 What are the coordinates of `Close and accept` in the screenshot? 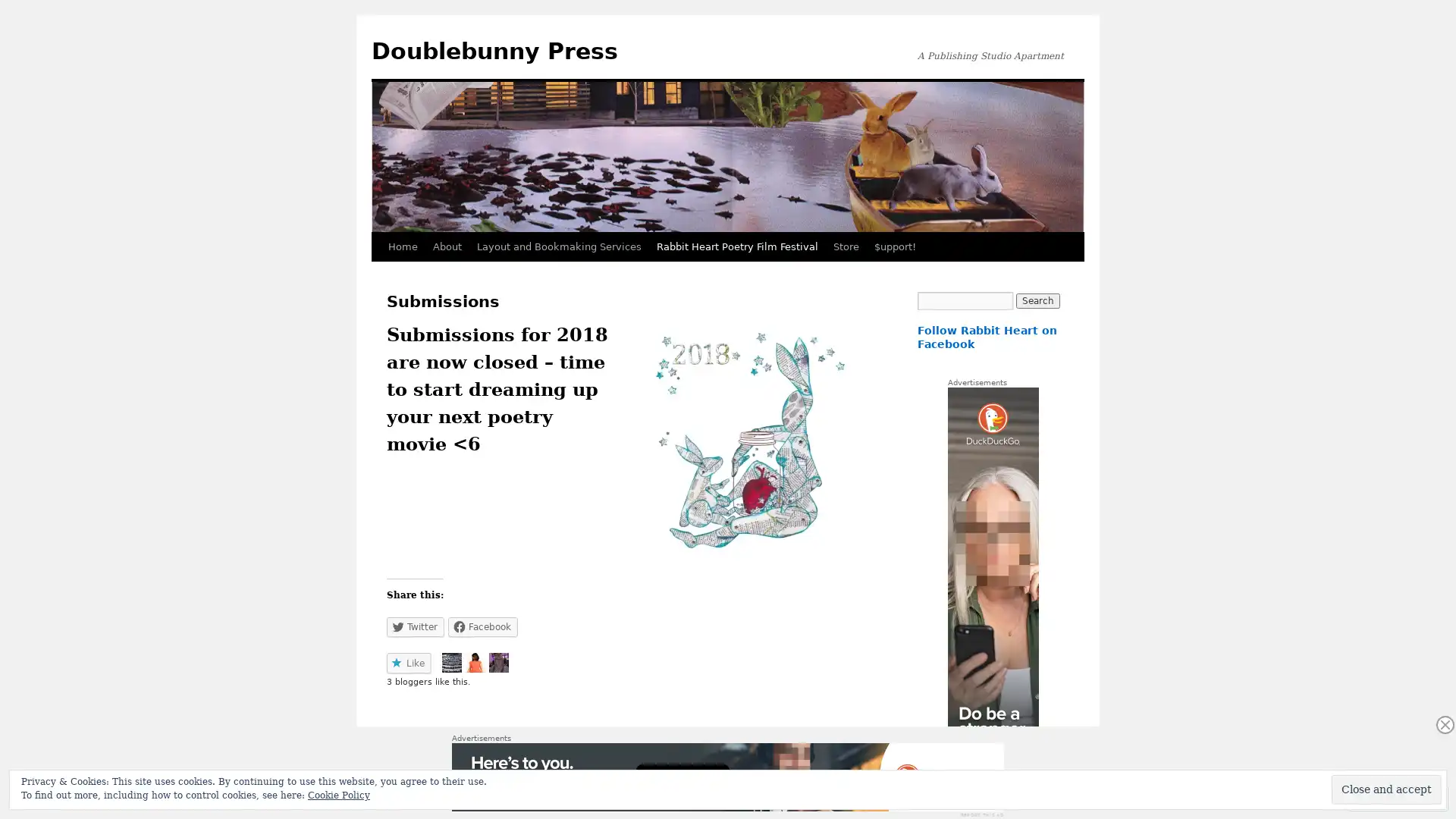 It's located at (1386, 789).